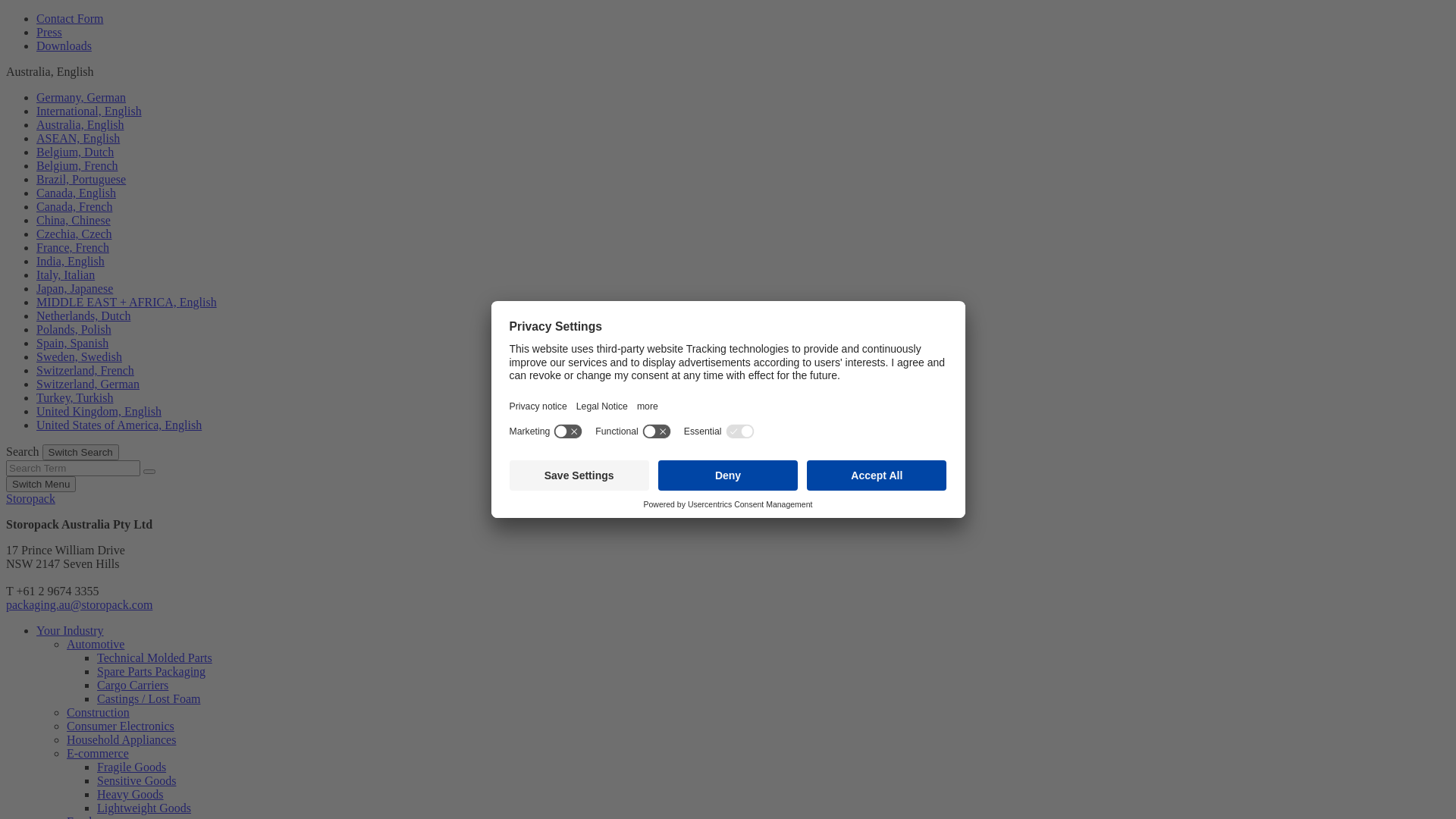  What do you see at coordinates (149, 698) in the screenshot?
I see `'Castings / Lost Foam'` at bounding box center [149, 698].